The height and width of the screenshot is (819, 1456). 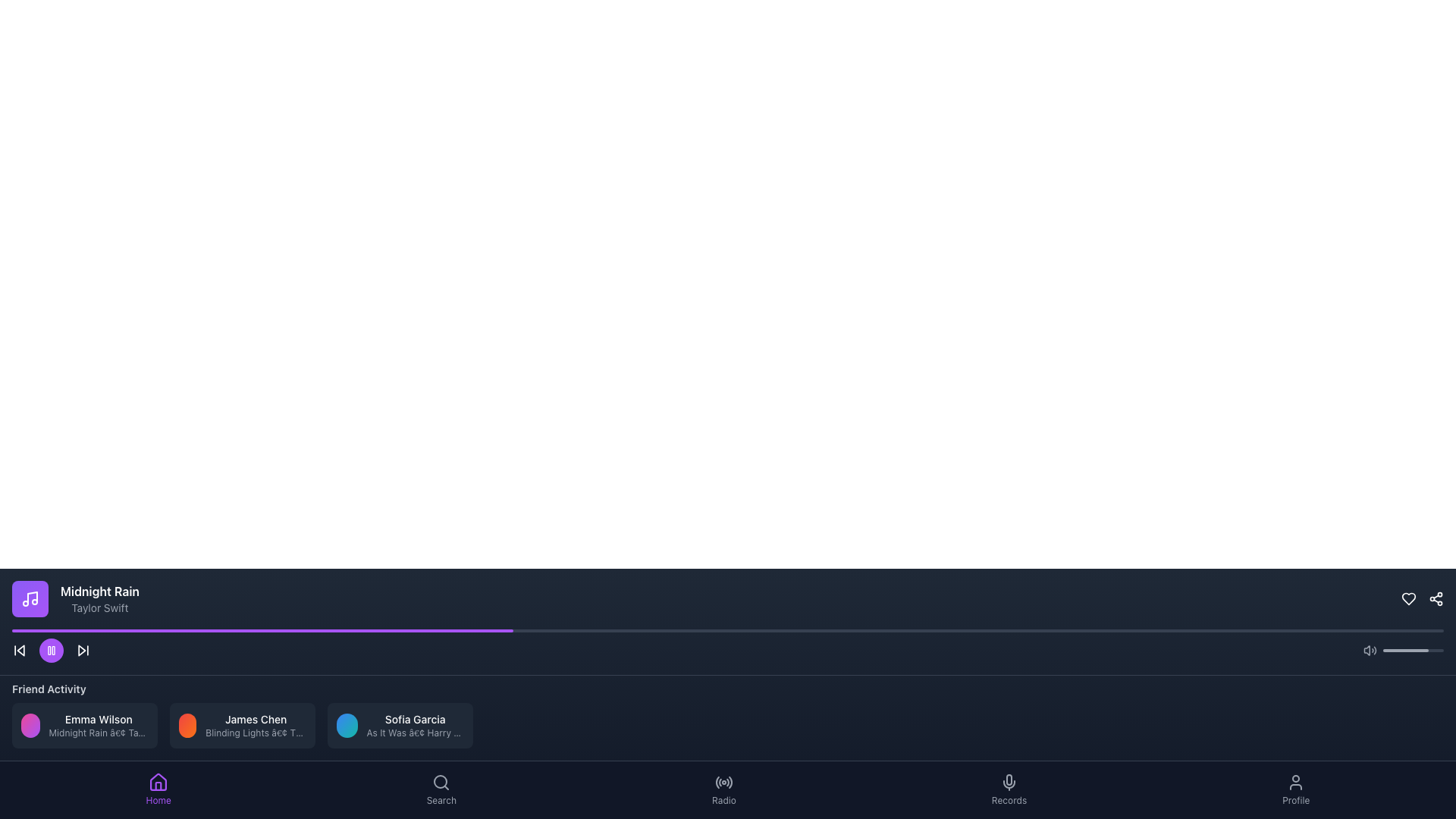 What do you see at coordinates (30, 598) in the screenshot?
I see `the musical note icon with a gradient-filled square background in the upper left section of the navigation bar` at bounding box center [30, 598].